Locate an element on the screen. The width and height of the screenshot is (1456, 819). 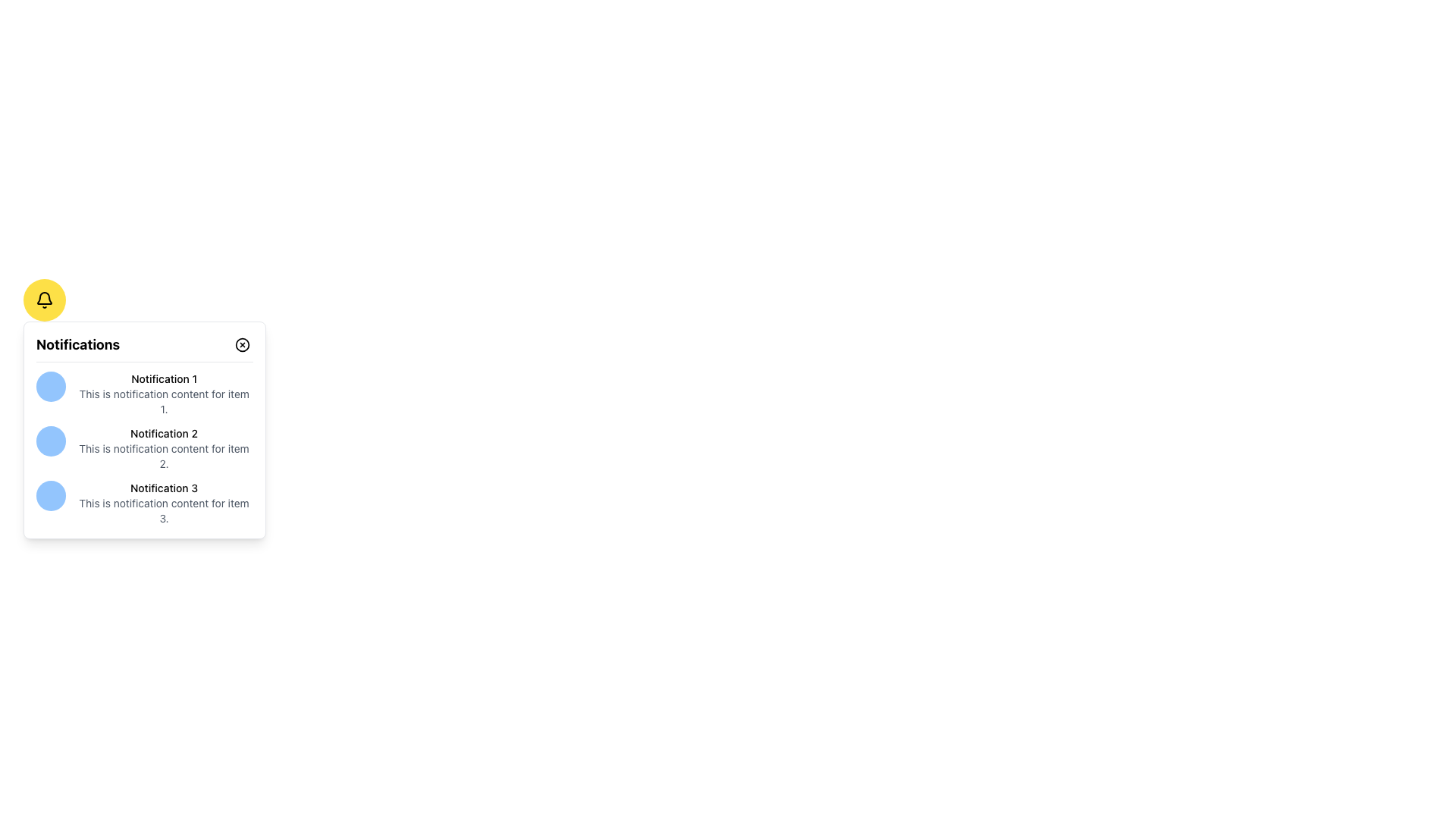
the close button located on the right side of the header bar labeled 'Notifications' is located at coordinates (243, 345).